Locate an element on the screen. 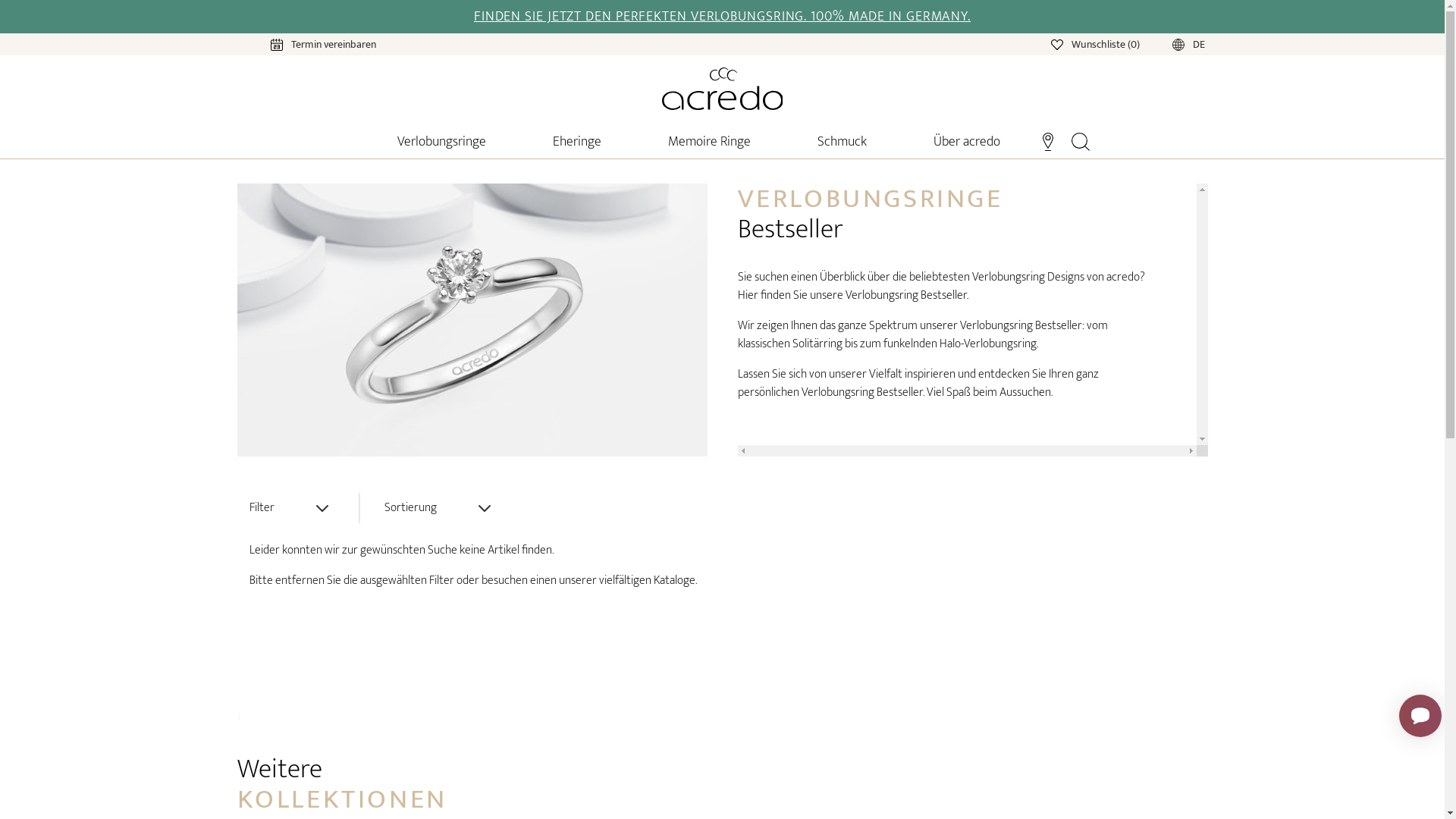  'Wunschliste (0)' is located at coordinates (1096, 42).